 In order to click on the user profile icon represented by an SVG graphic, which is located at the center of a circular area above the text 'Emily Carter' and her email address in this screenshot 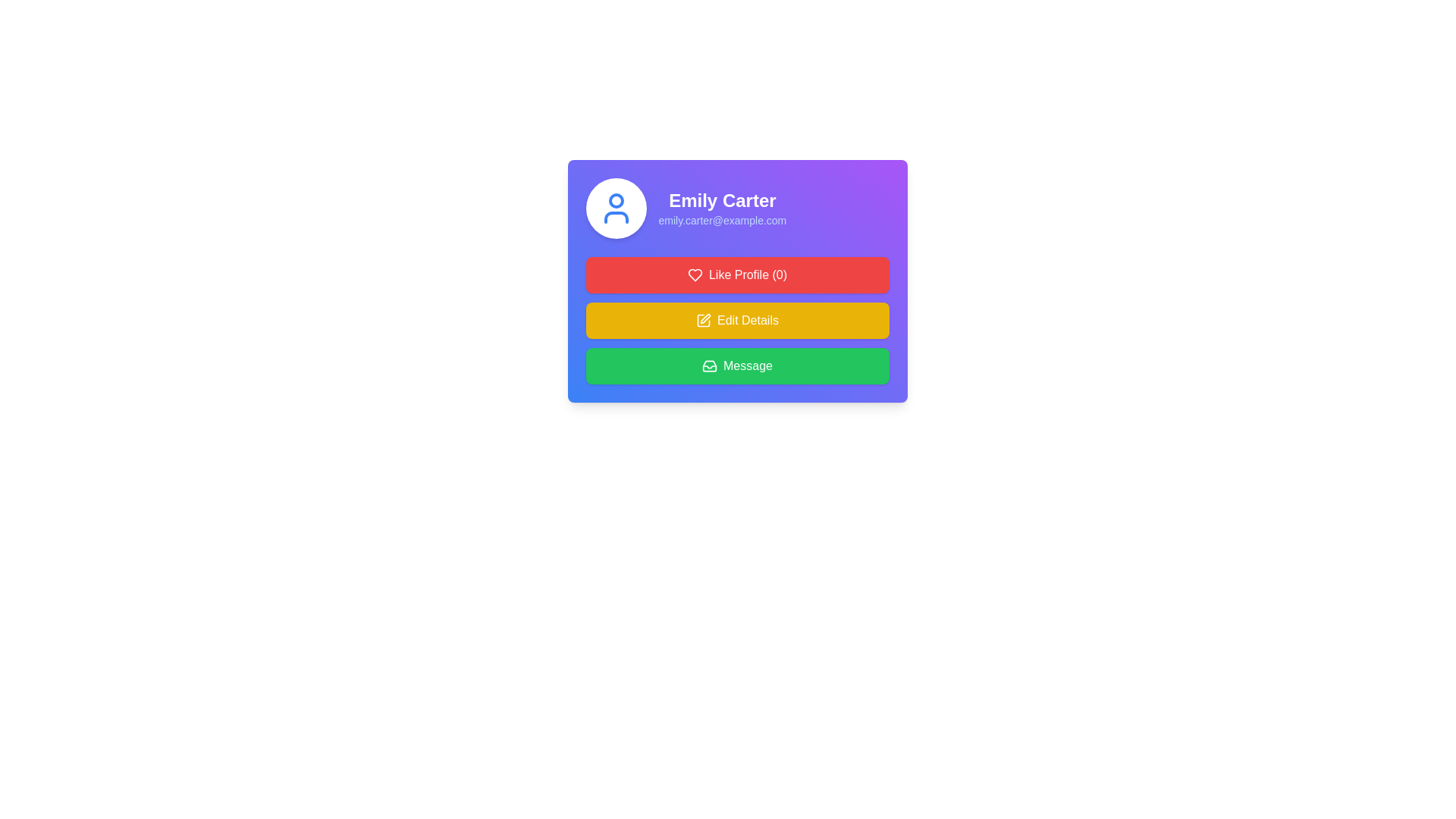, I will do `click(616, 208)`.